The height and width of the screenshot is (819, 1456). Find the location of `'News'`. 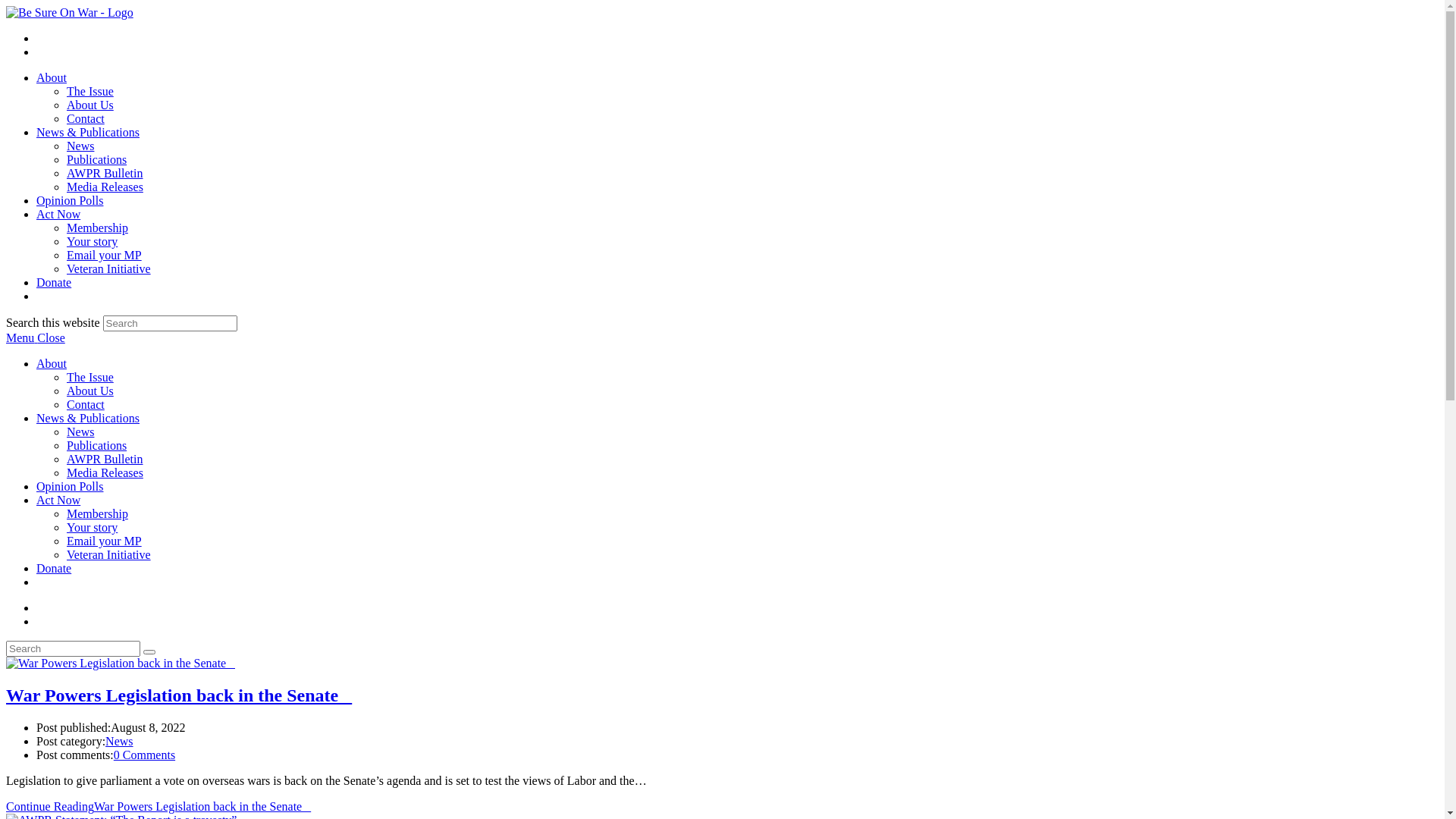

'News' is located at coordinates (118, 740).